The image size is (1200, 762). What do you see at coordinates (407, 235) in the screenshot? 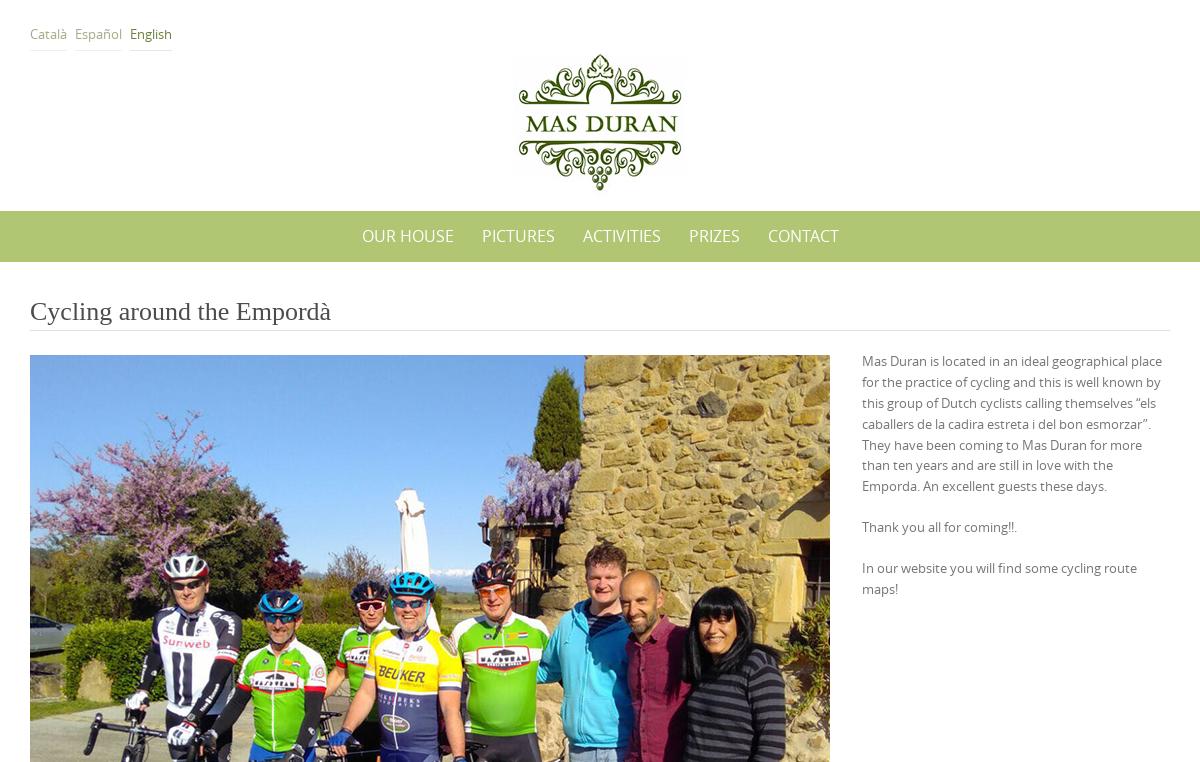
I see `'Our house'` at bounding box center [407, 235].